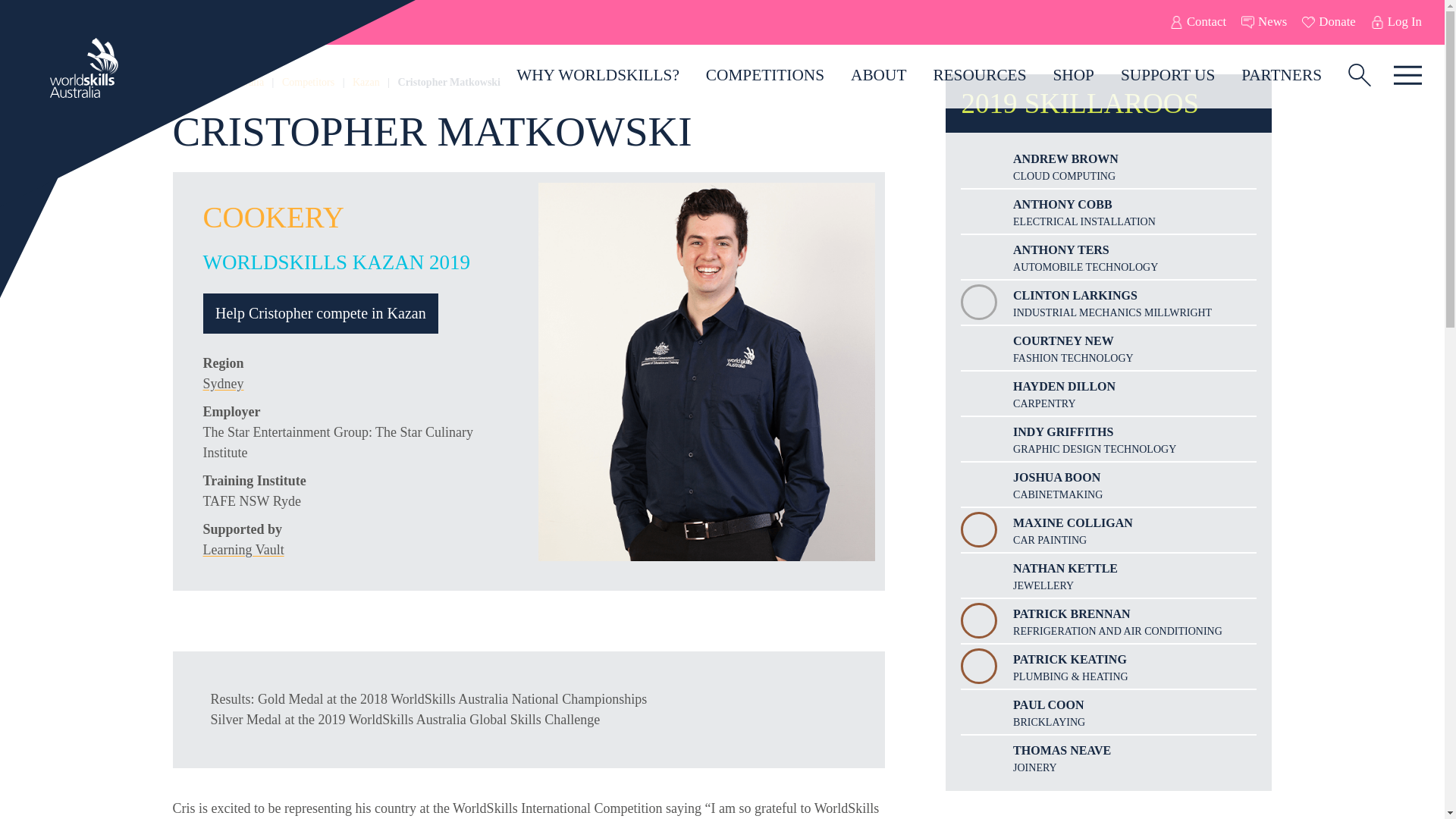  Describe the element at coordinates (1109, 485) in the screenshot. I see `'JOSHUA BOON` at that location.